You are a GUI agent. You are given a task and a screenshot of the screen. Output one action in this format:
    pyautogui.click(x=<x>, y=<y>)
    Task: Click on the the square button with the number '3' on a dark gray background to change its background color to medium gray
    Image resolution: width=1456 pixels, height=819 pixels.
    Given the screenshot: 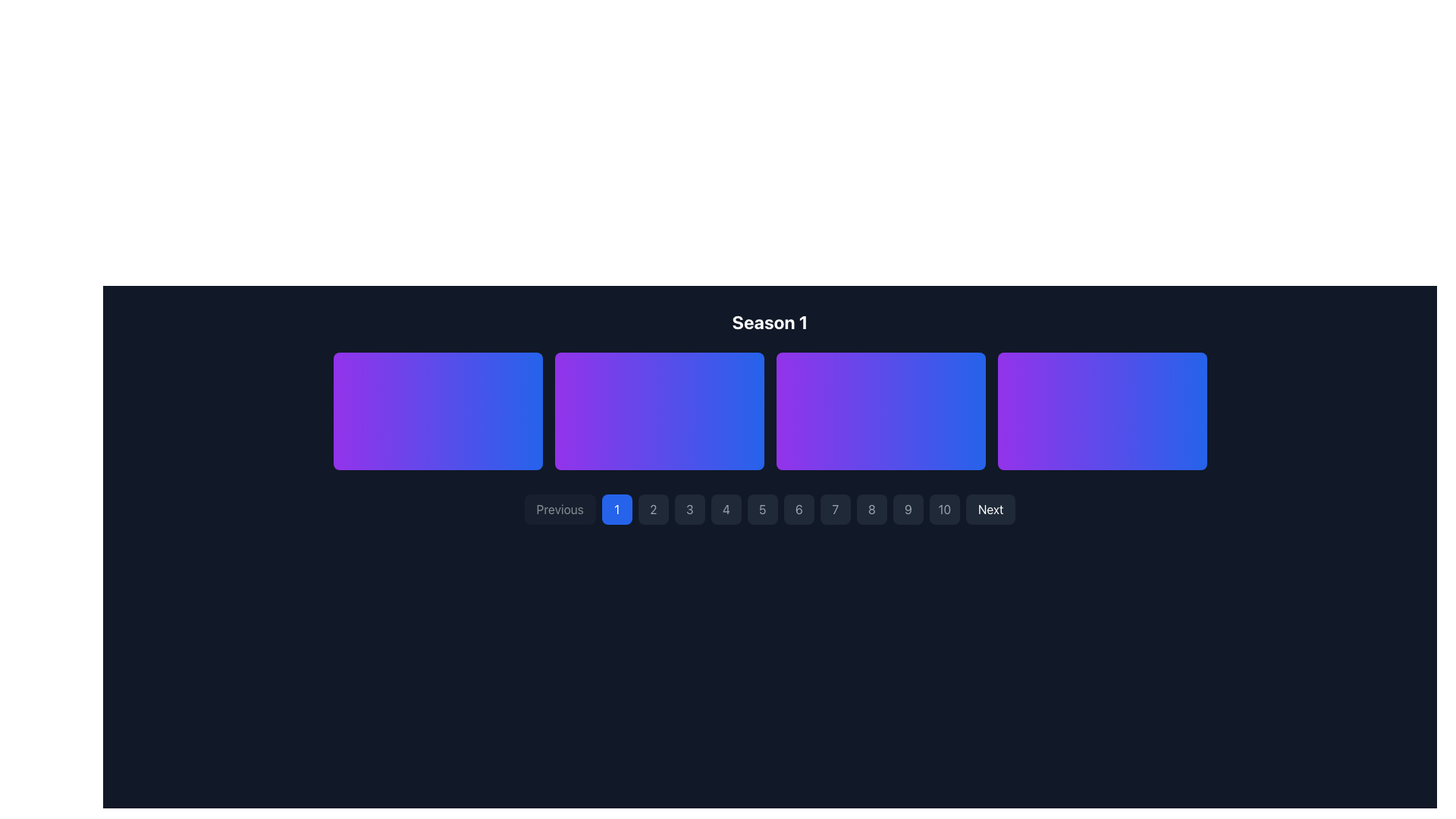 What is the action you would take?
    pyautogui.click(x=689, y=510)
    